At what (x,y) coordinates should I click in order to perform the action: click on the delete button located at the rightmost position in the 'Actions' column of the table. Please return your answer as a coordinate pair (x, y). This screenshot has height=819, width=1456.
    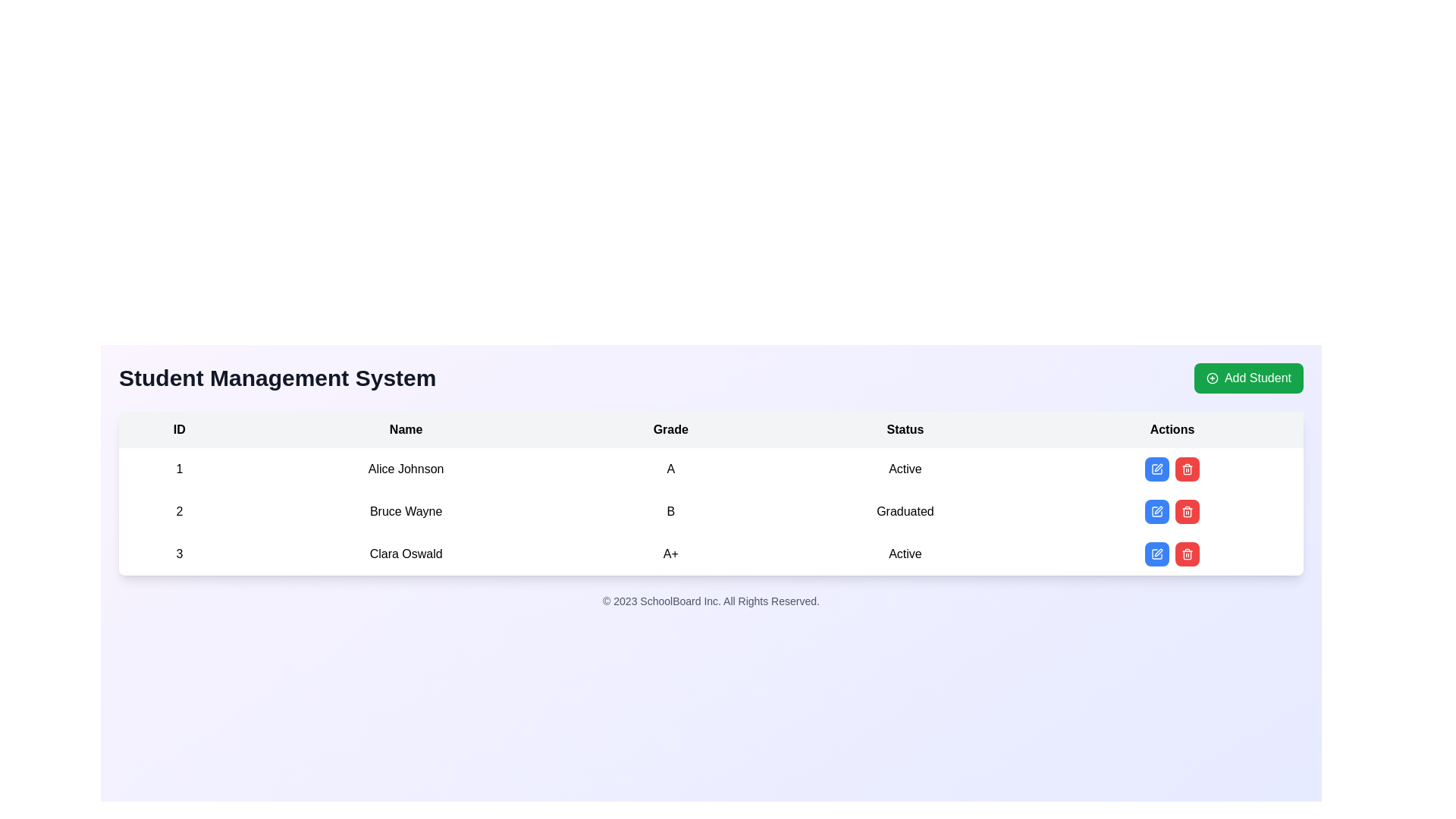
    Looking at the image, I should click on (1186, 468).